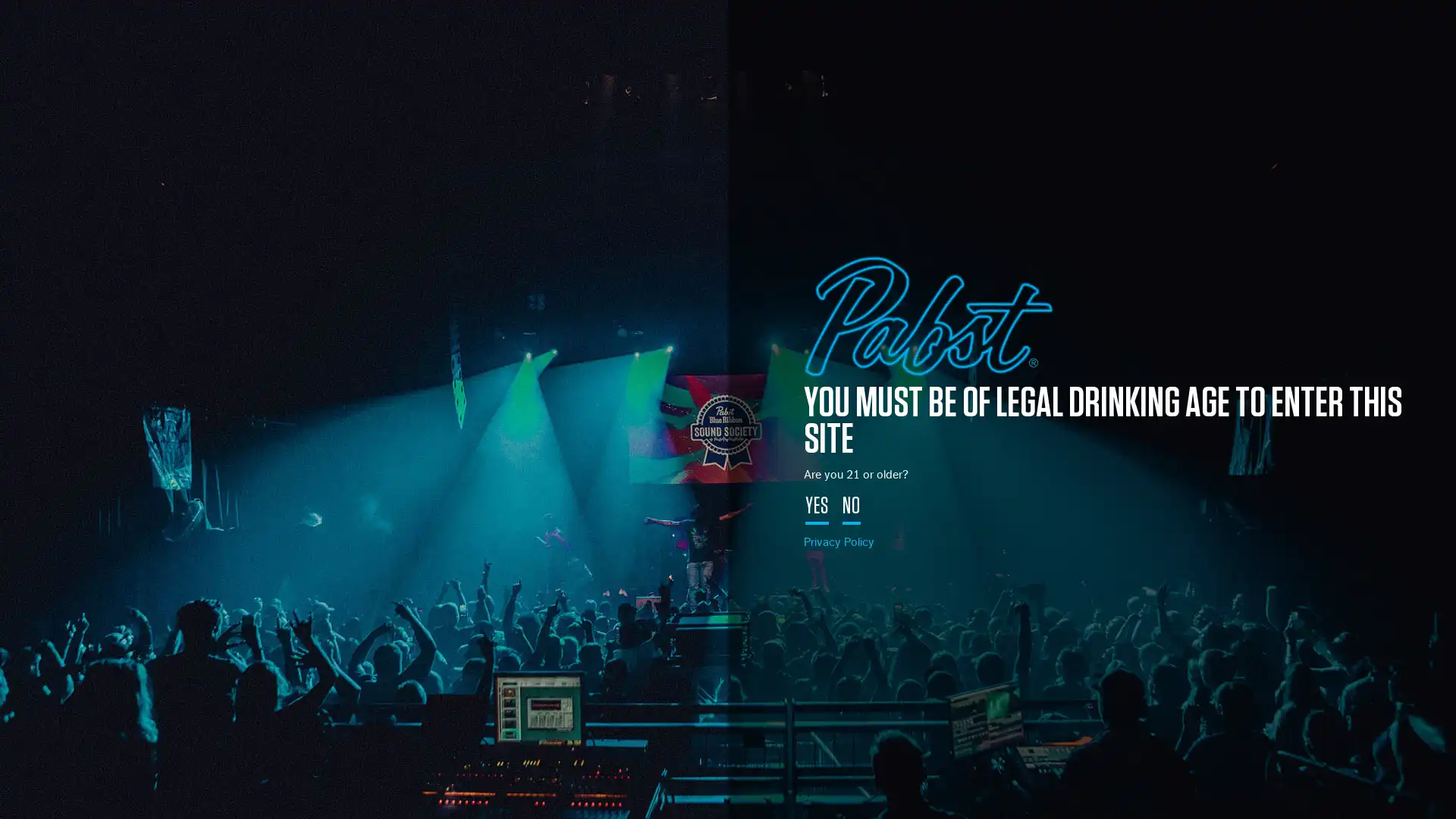 The height and width of the screenshot is (819, 1456). What do you see at coordinates (816, 508) in the screenshot?
I see `YES` at bounding box center [816, 508].